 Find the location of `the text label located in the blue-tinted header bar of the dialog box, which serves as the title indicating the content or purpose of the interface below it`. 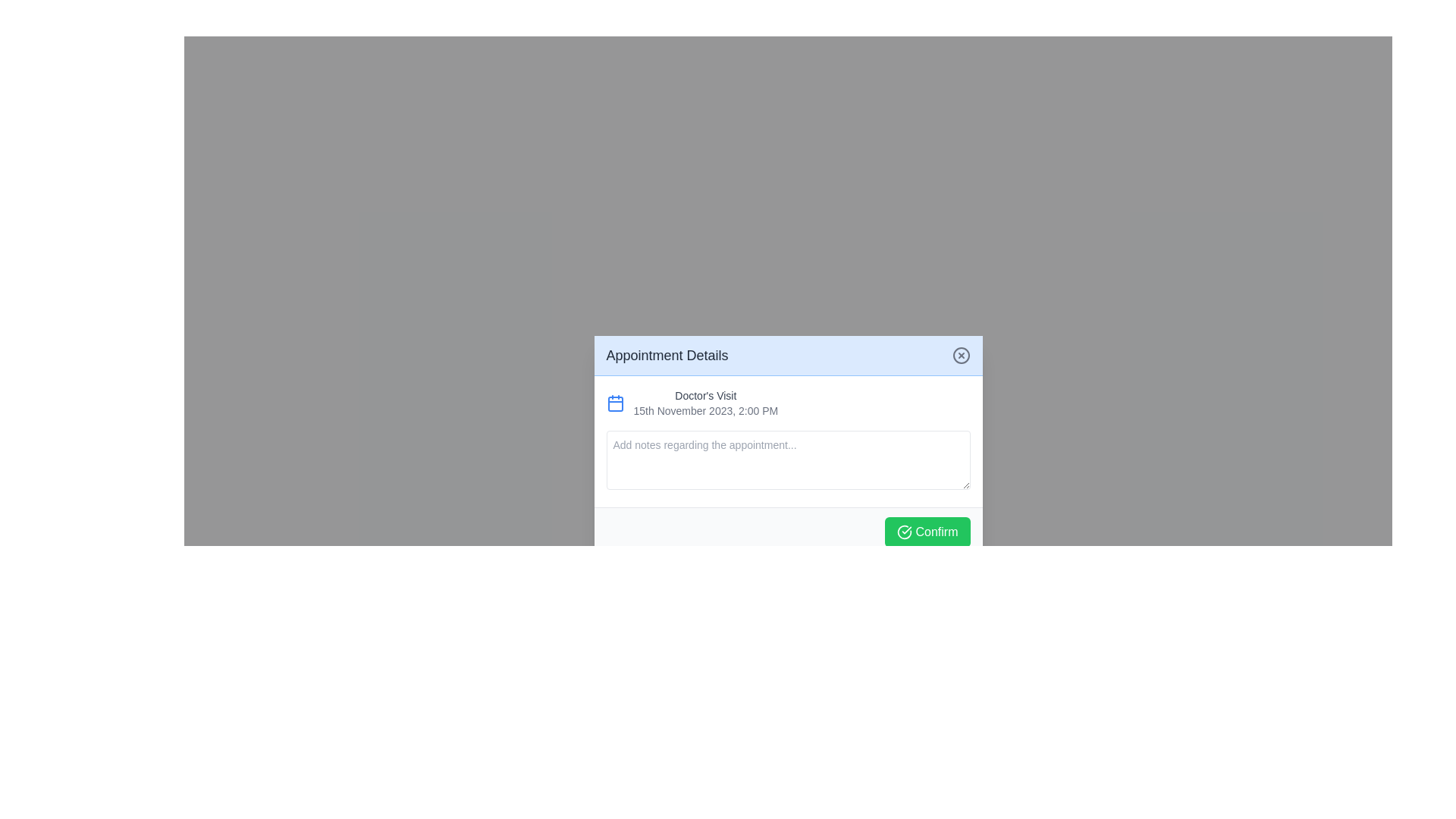

the text label located in the blue-tinted header bar of the dialog box, which serves as the title indicating the content or purpose of the interface below it is located at coordinates (667, 355).